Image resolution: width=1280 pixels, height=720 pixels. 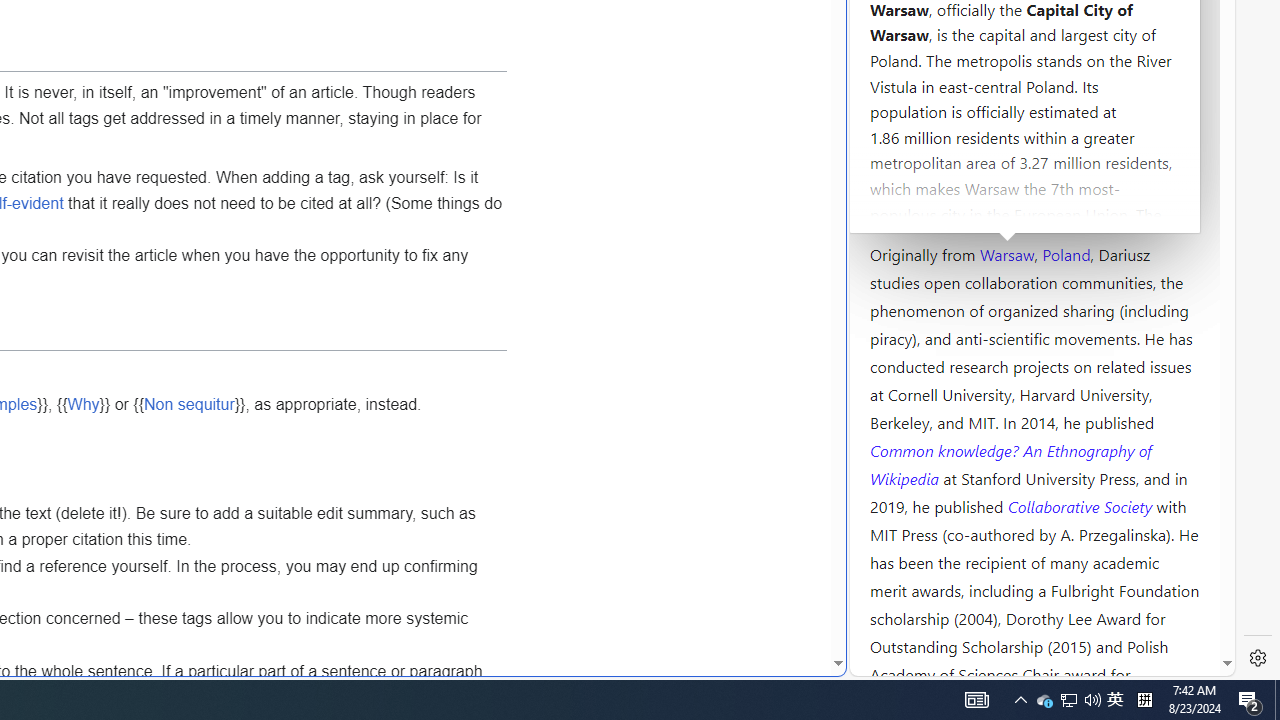 What do you see at coordinates (1010, 464) in the screenshot?
I see `'Common knowledge? An Ethnography of Wikipedia'` at bounding box center [1010, 464].